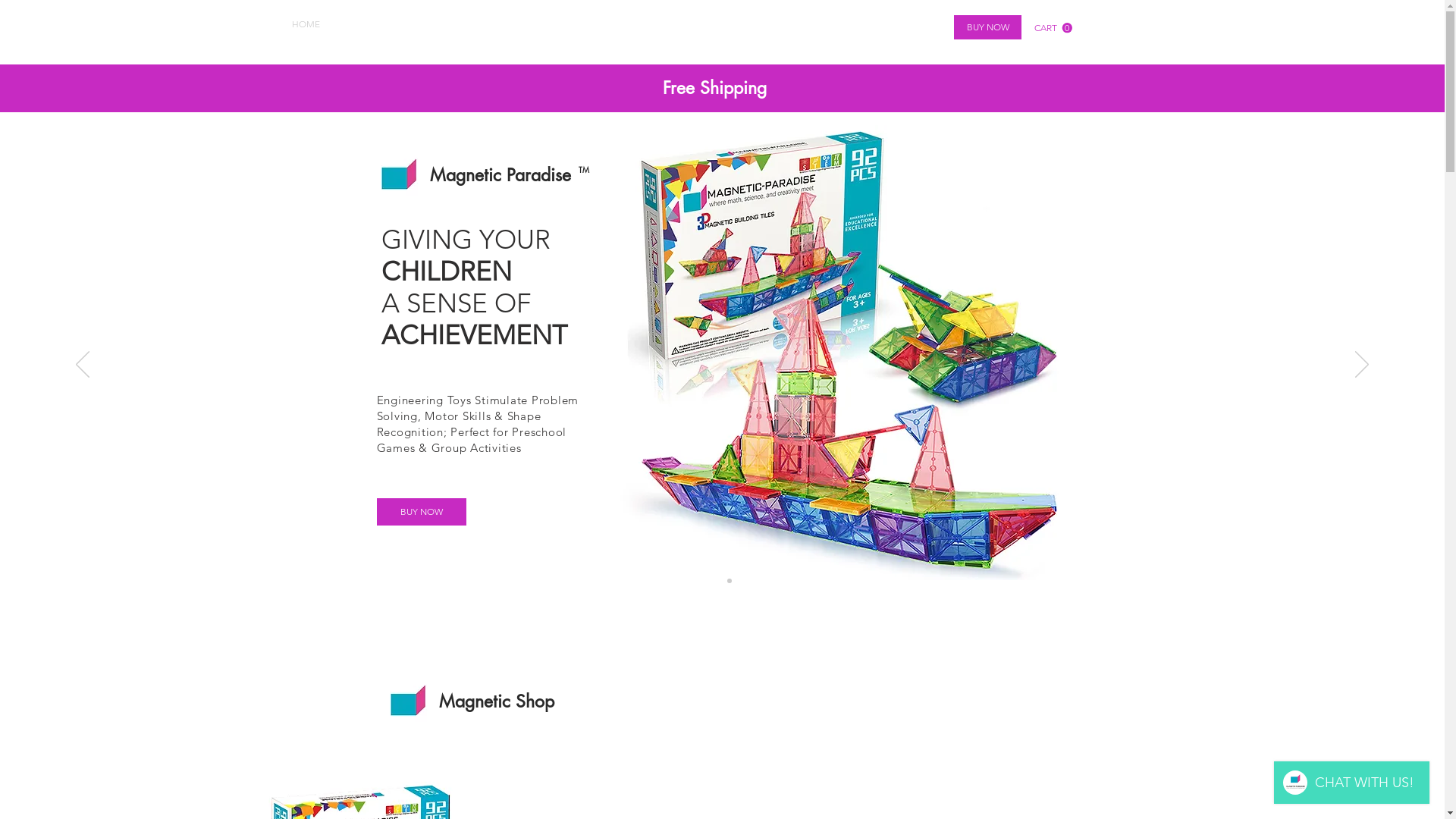 Image resolution: width=1456 pixels, height=819 pixels. I want to click on 'BUY NOW', so click(421, 512).